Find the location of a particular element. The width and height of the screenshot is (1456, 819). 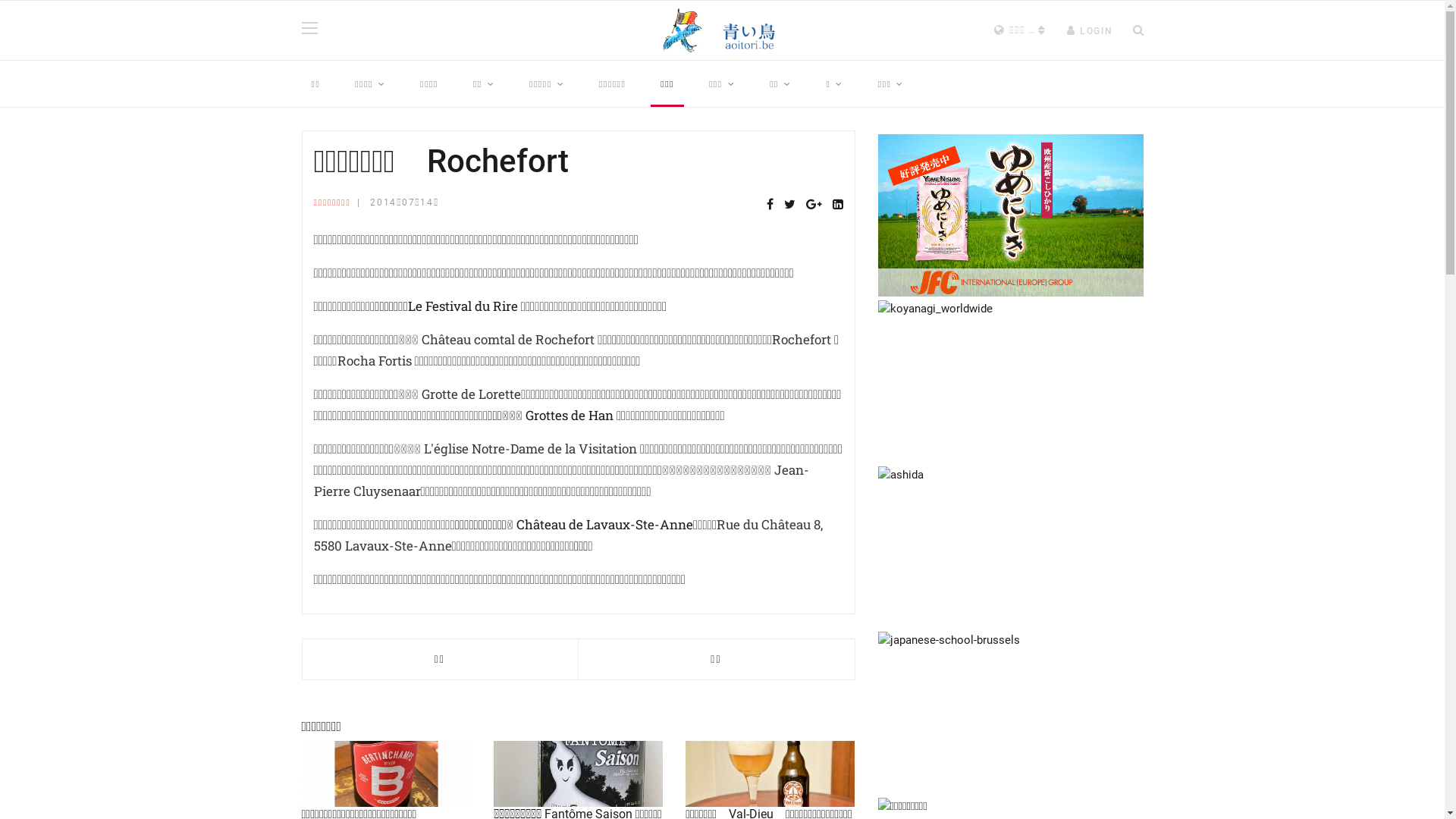

'LOGIN' is located at coordinates (1065, 31).